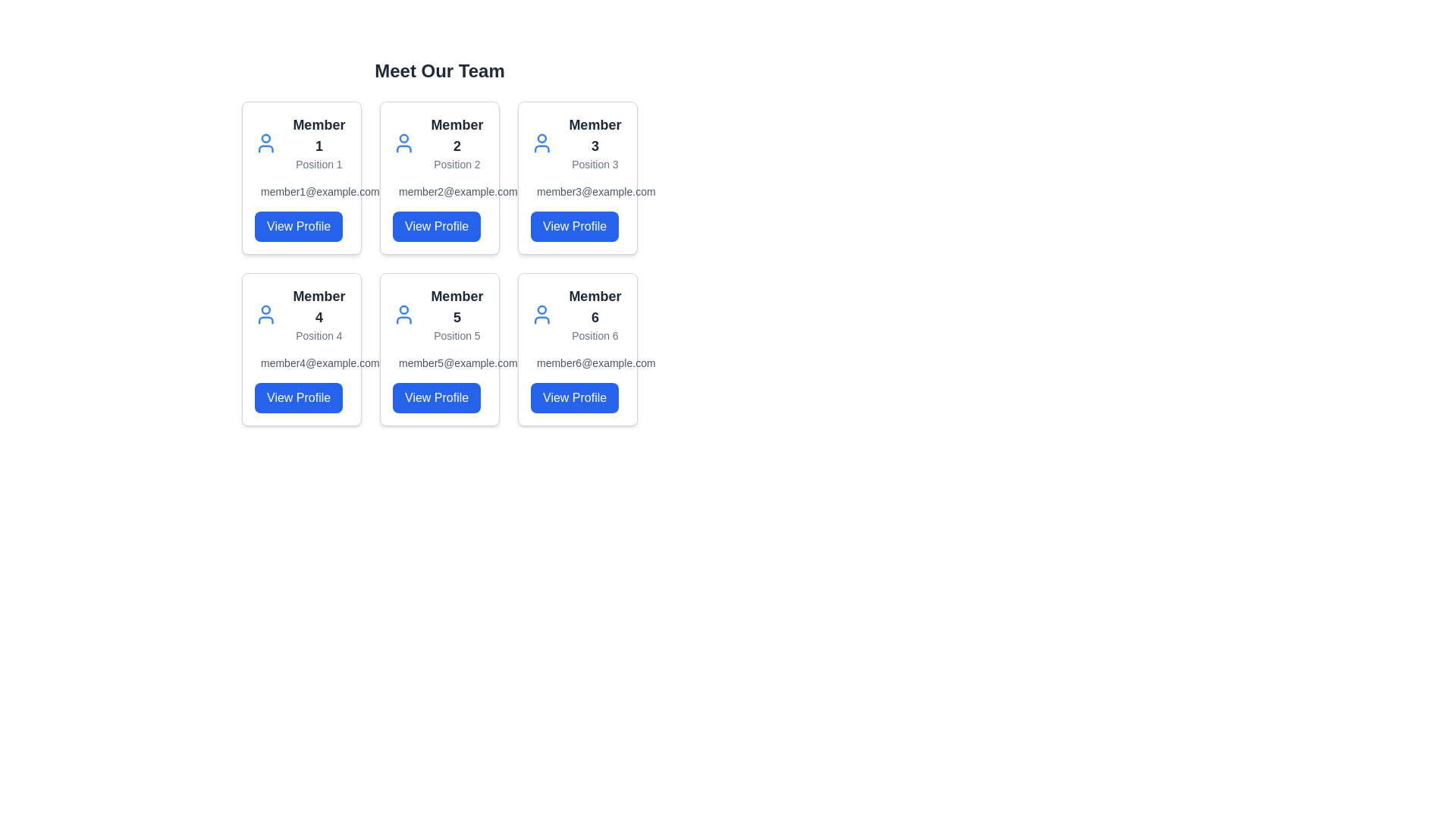 This screenshot has width=1456, height=819. I want to click on the static text label reading 'Position 1', which is located below 'Member 1' in the top-left card of the grid layout, so click(318, 164).